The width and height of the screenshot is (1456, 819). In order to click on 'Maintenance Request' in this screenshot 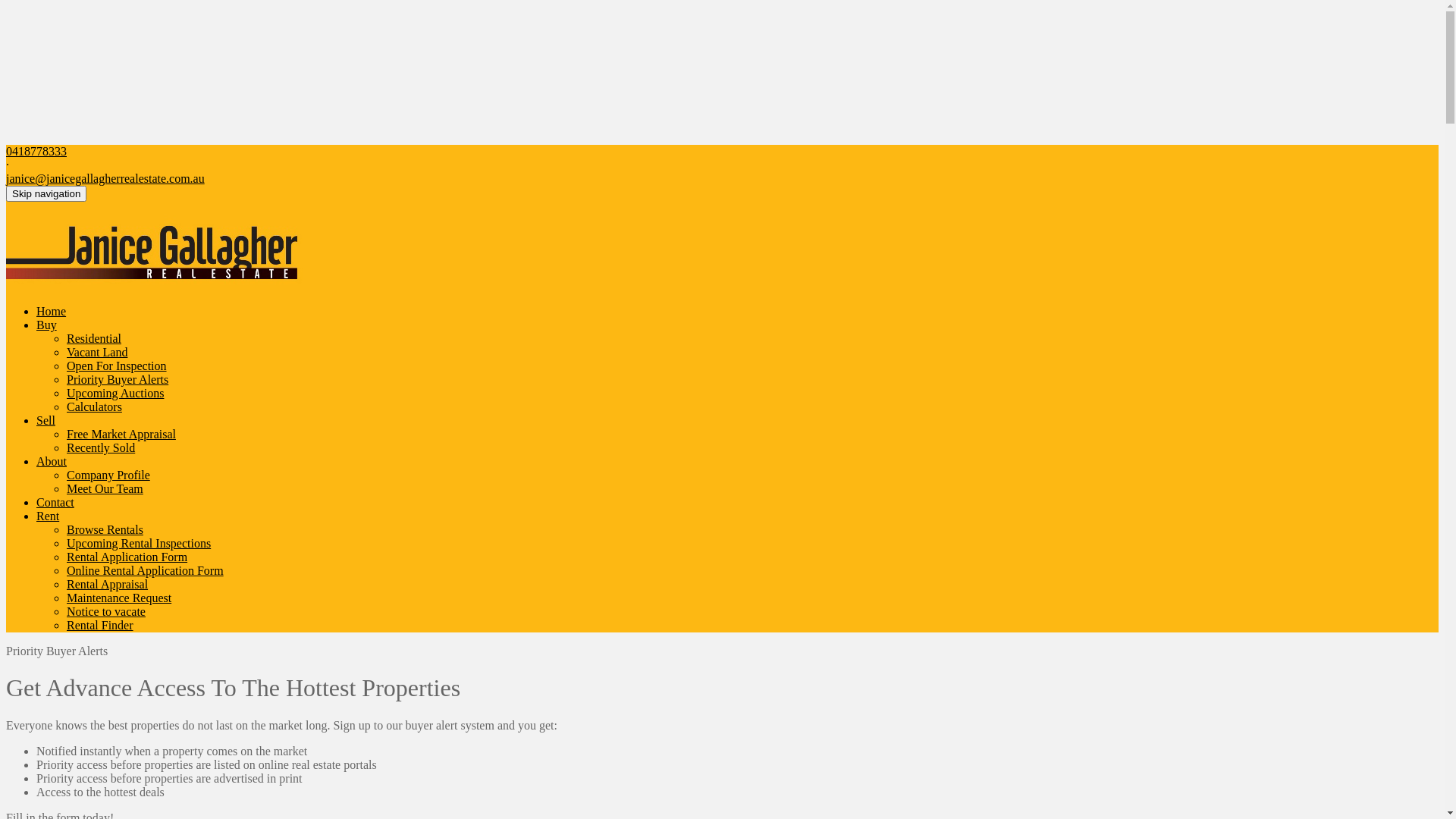, I will do `click(118, 597)`.